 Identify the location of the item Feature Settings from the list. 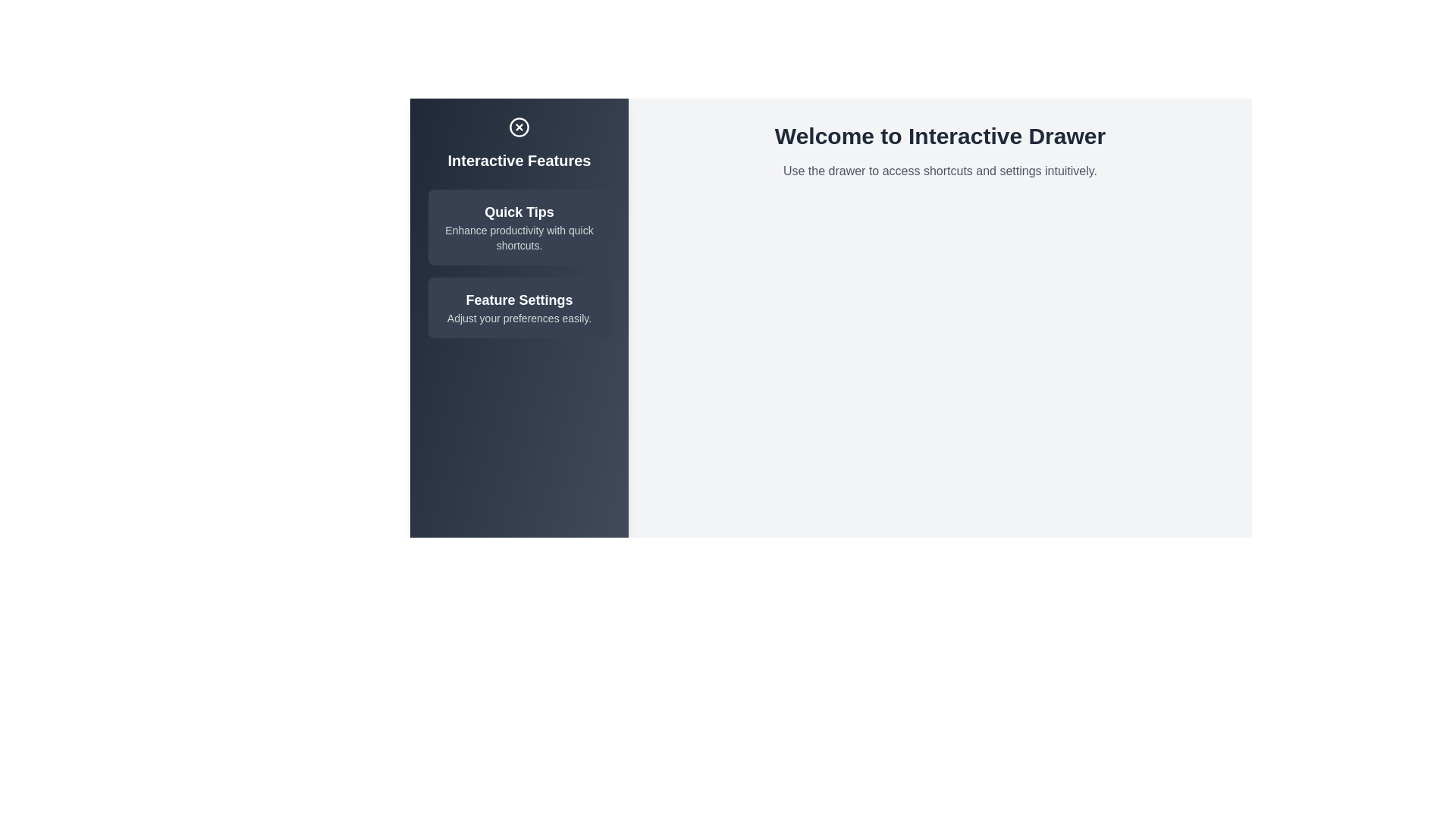
(519, 307).